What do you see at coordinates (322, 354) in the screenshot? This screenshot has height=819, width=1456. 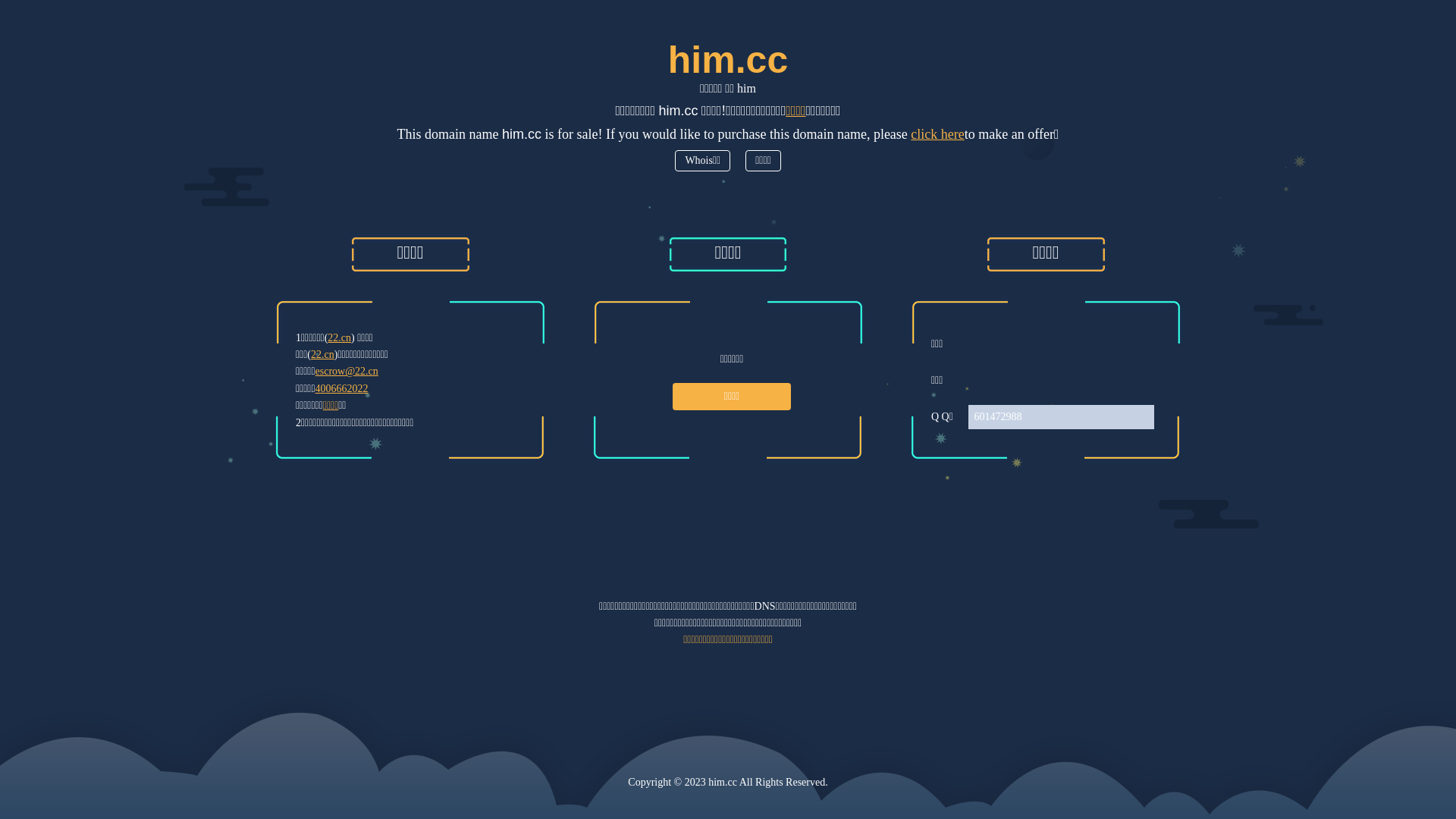 I see `'22.cn'` at bounding box center [322, 354].